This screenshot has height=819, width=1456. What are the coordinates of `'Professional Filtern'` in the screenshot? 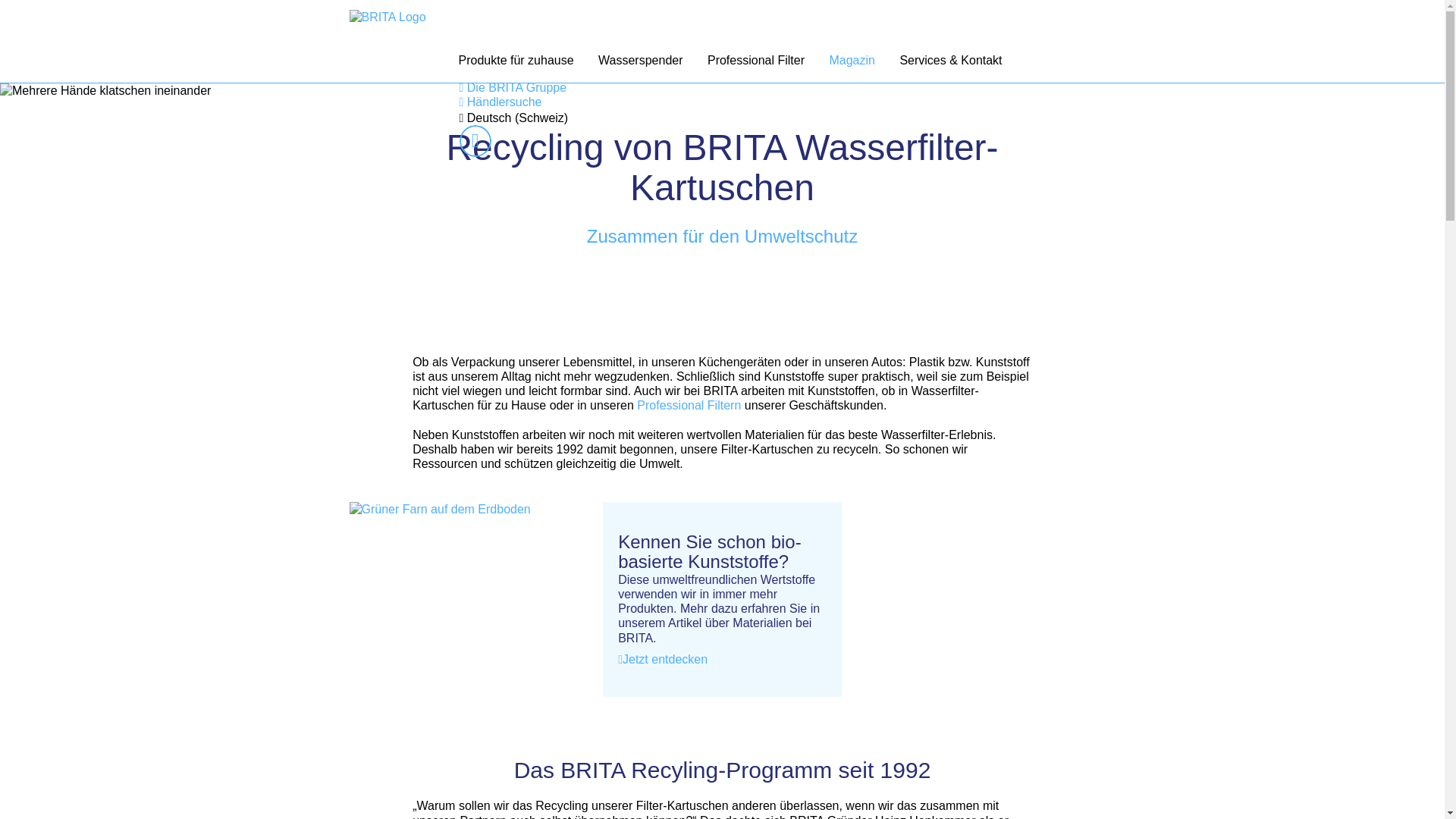 It's located at (635, 404).